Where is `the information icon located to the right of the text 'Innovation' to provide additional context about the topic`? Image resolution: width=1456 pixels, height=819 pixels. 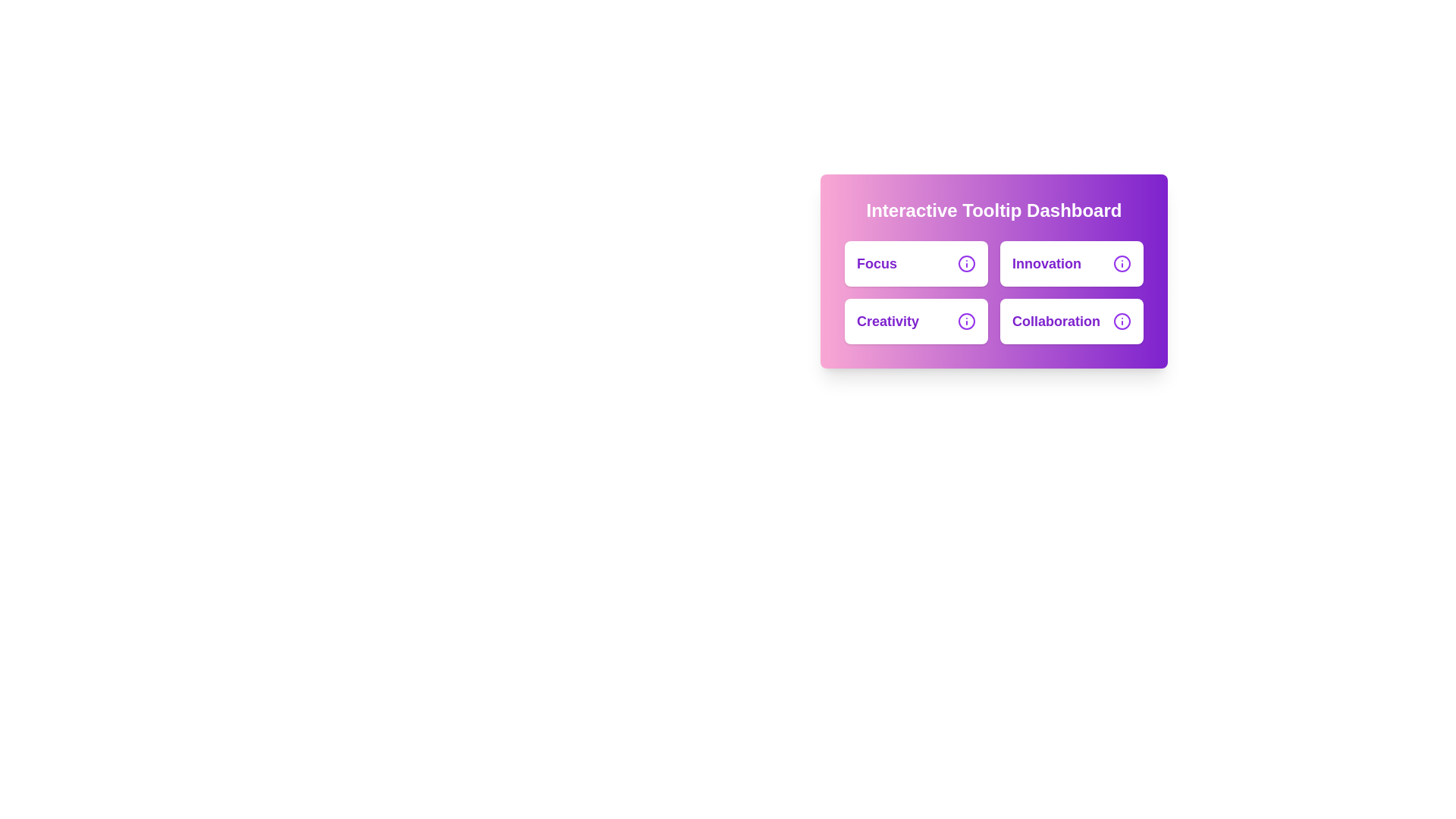 the information icon located to the right of the text 'Innovation' to provide additional context about the topic is located at coordinates (1122, 262).